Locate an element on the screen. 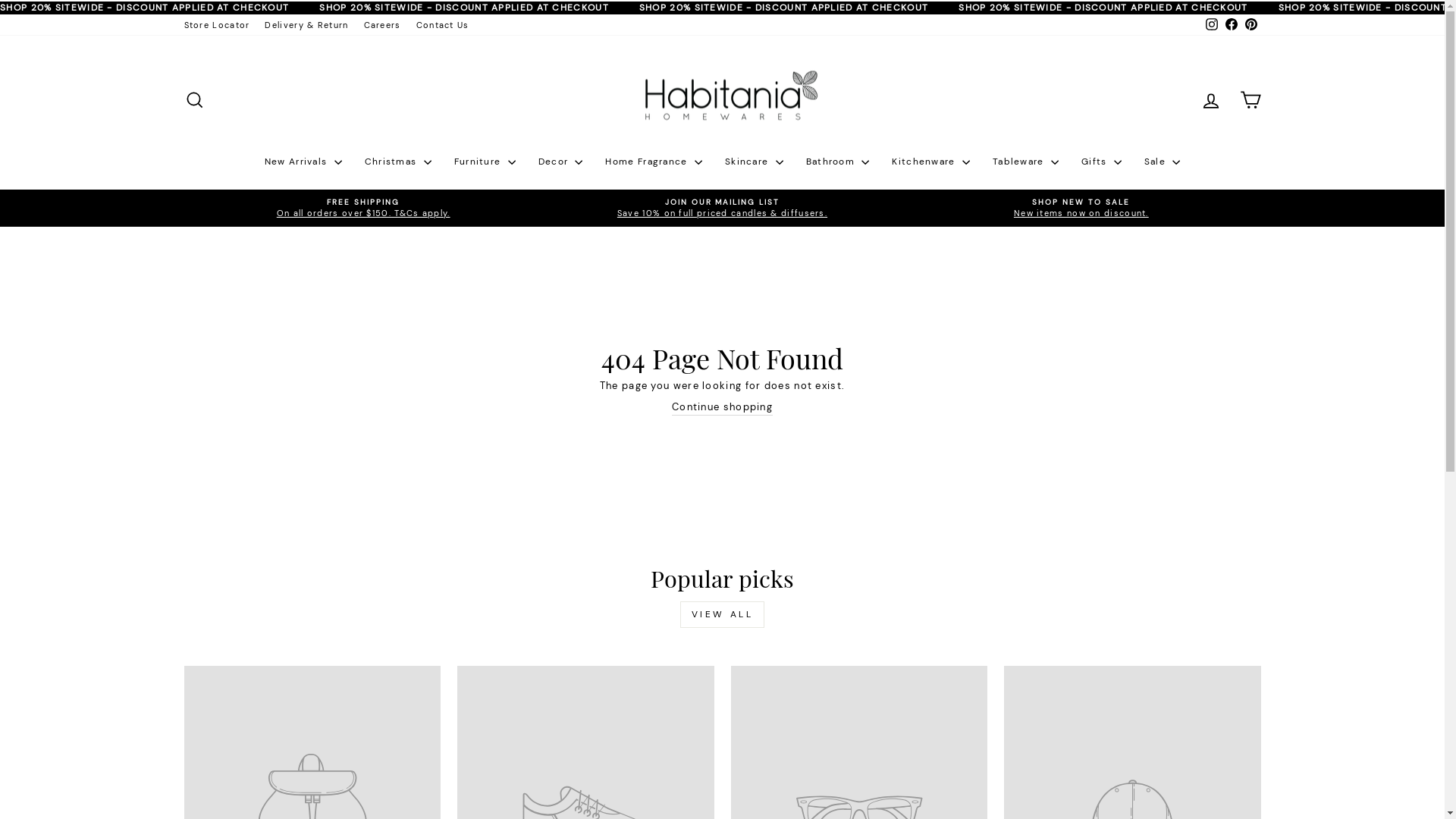 The image size is (1456, 819). 'VIEW ALL' is located at coordinates (722, 614).